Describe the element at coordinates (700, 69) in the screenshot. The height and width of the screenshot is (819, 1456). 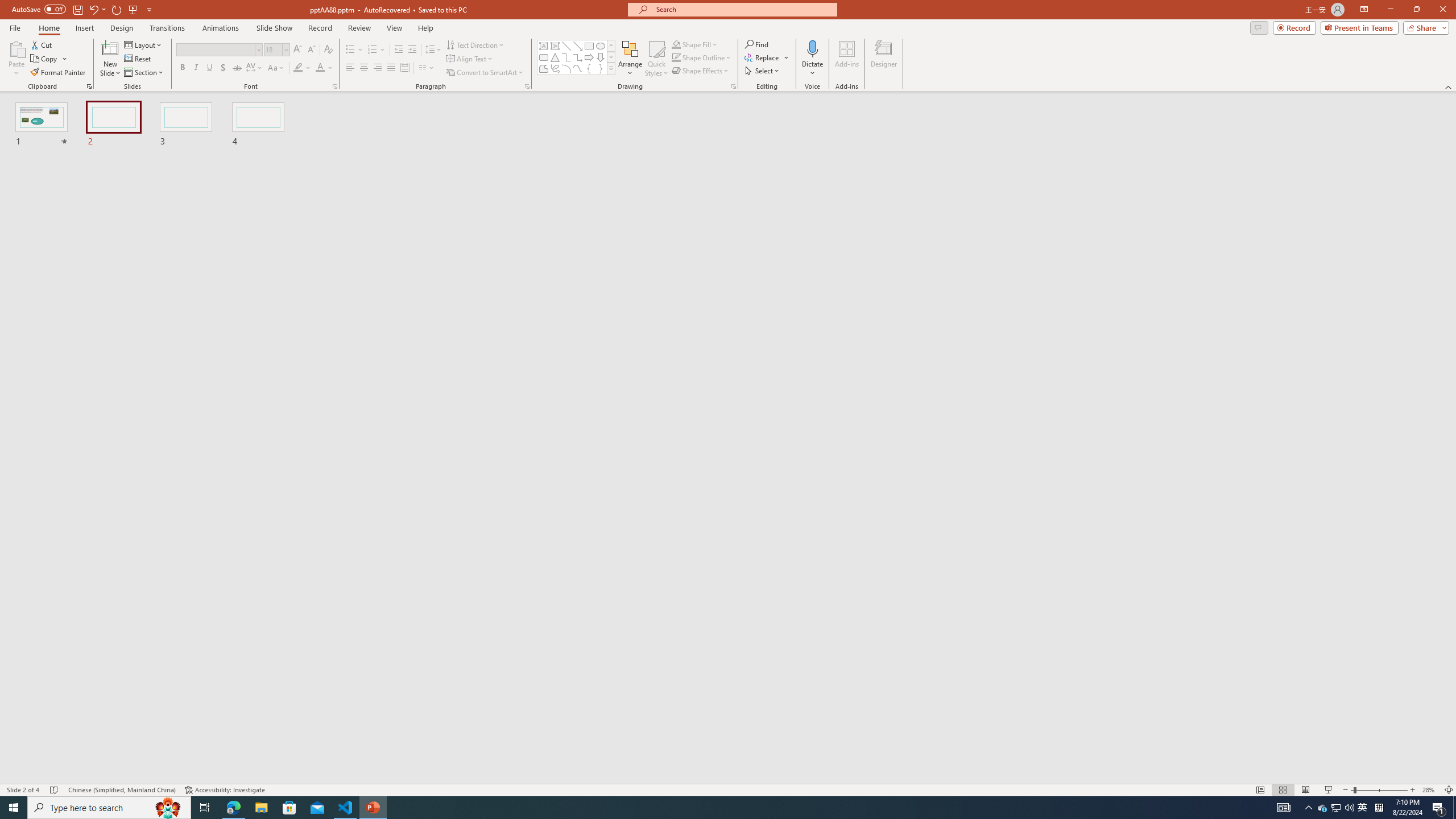
I see `'Shape Effects'` at that location.